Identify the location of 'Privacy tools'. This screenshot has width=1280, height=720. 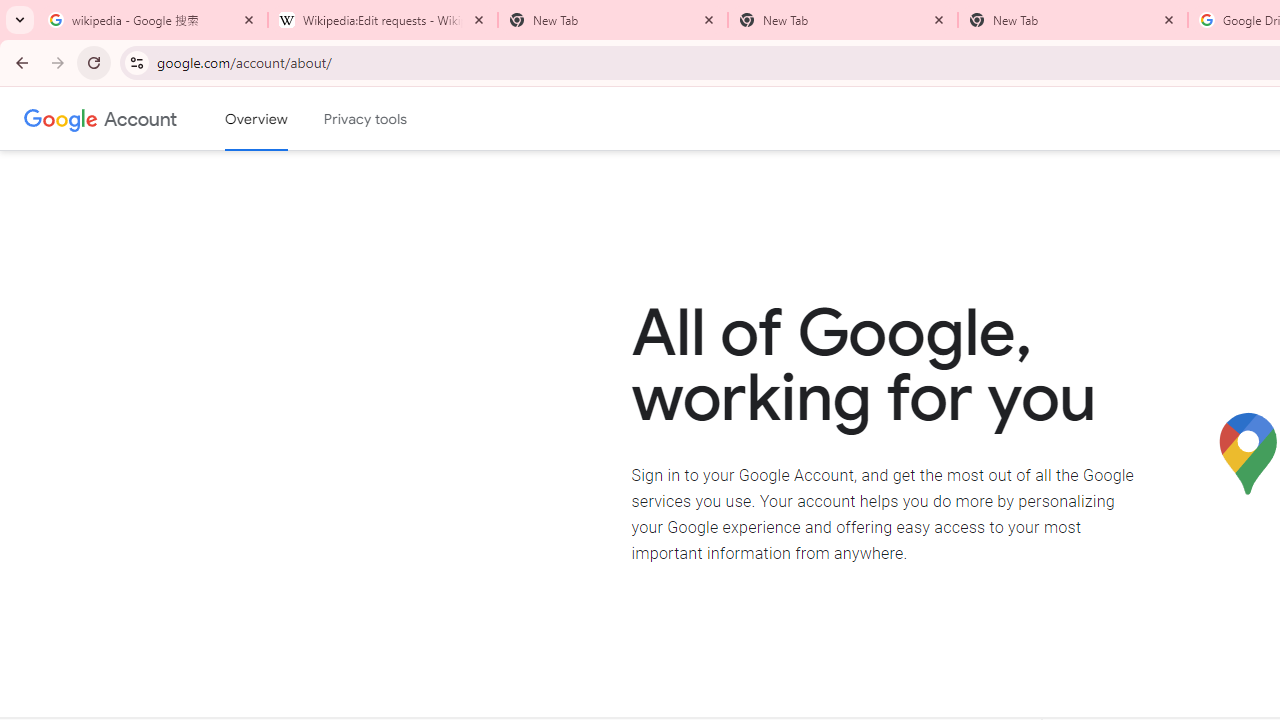
(366, 119).